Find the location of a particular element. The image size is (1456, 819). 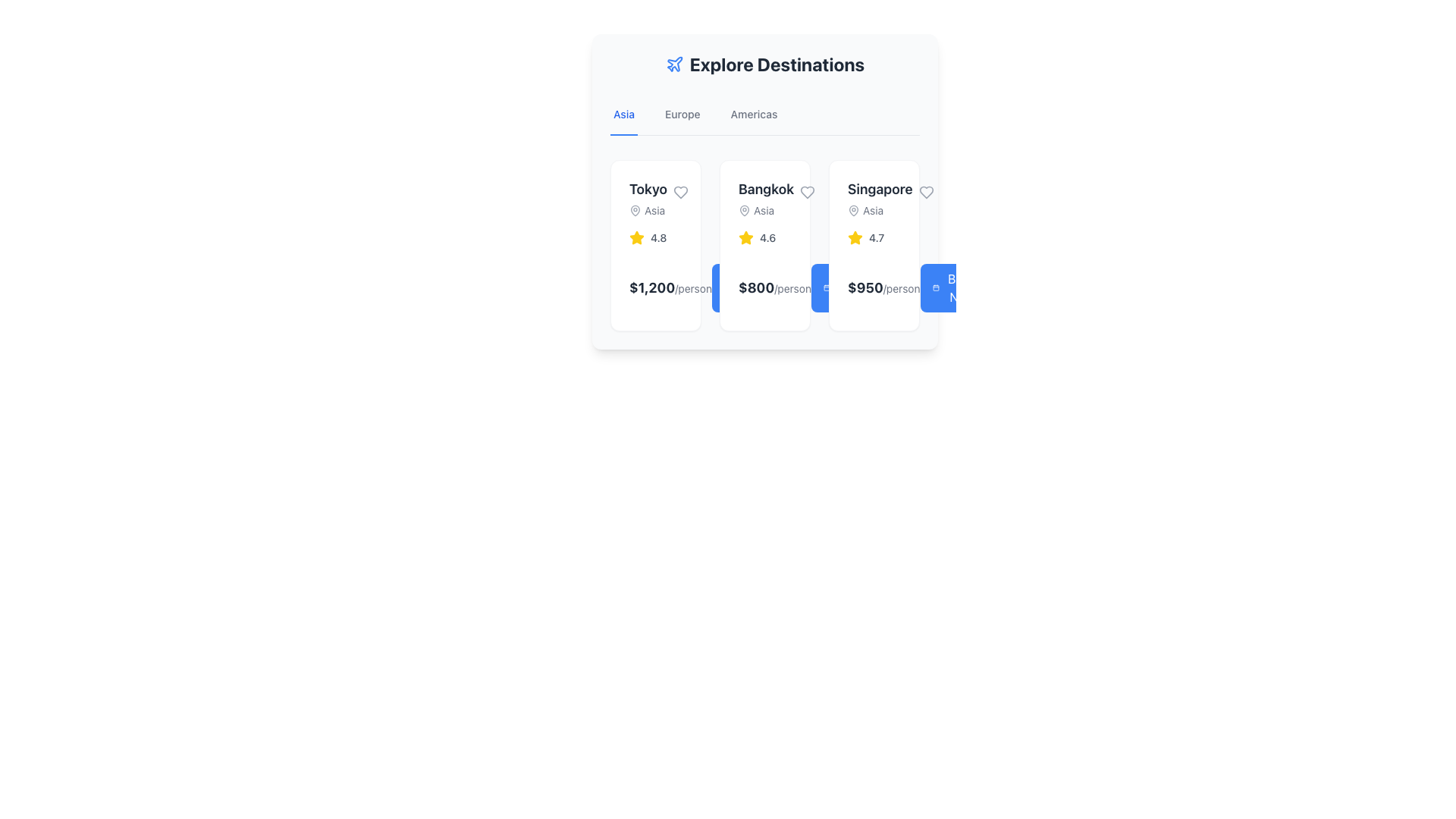

the text label displaying 'Asia' in a small gray font located within the card structure under the title 'Bangkok', positioned to the right of a map pin icon is located at coordinates (764, 210).